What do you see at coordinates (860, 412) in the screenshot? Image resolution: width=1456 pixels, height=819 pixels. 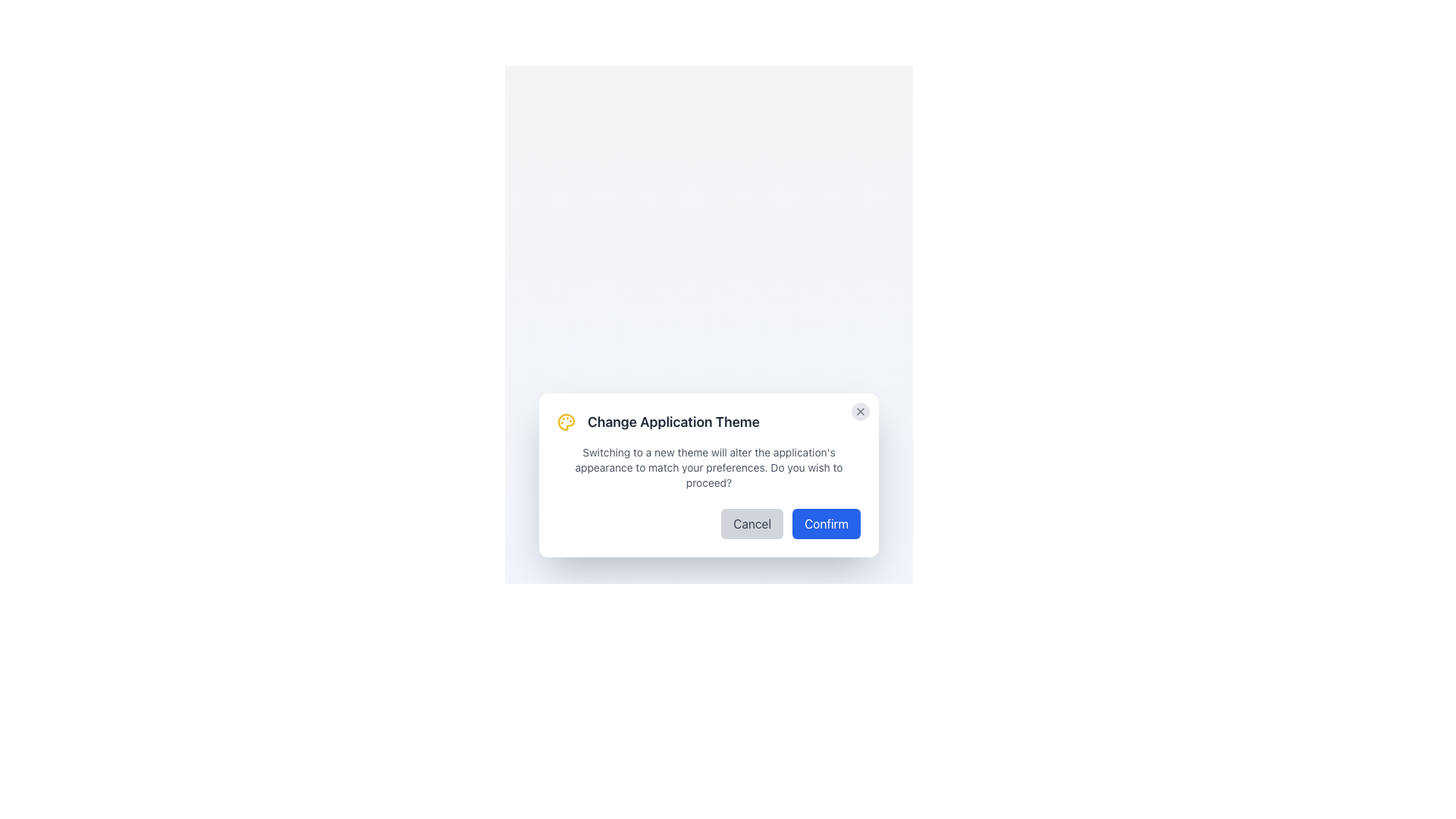 I see `the close button located in the top-right corner of the dialog box` at bounding box center [860, 412].